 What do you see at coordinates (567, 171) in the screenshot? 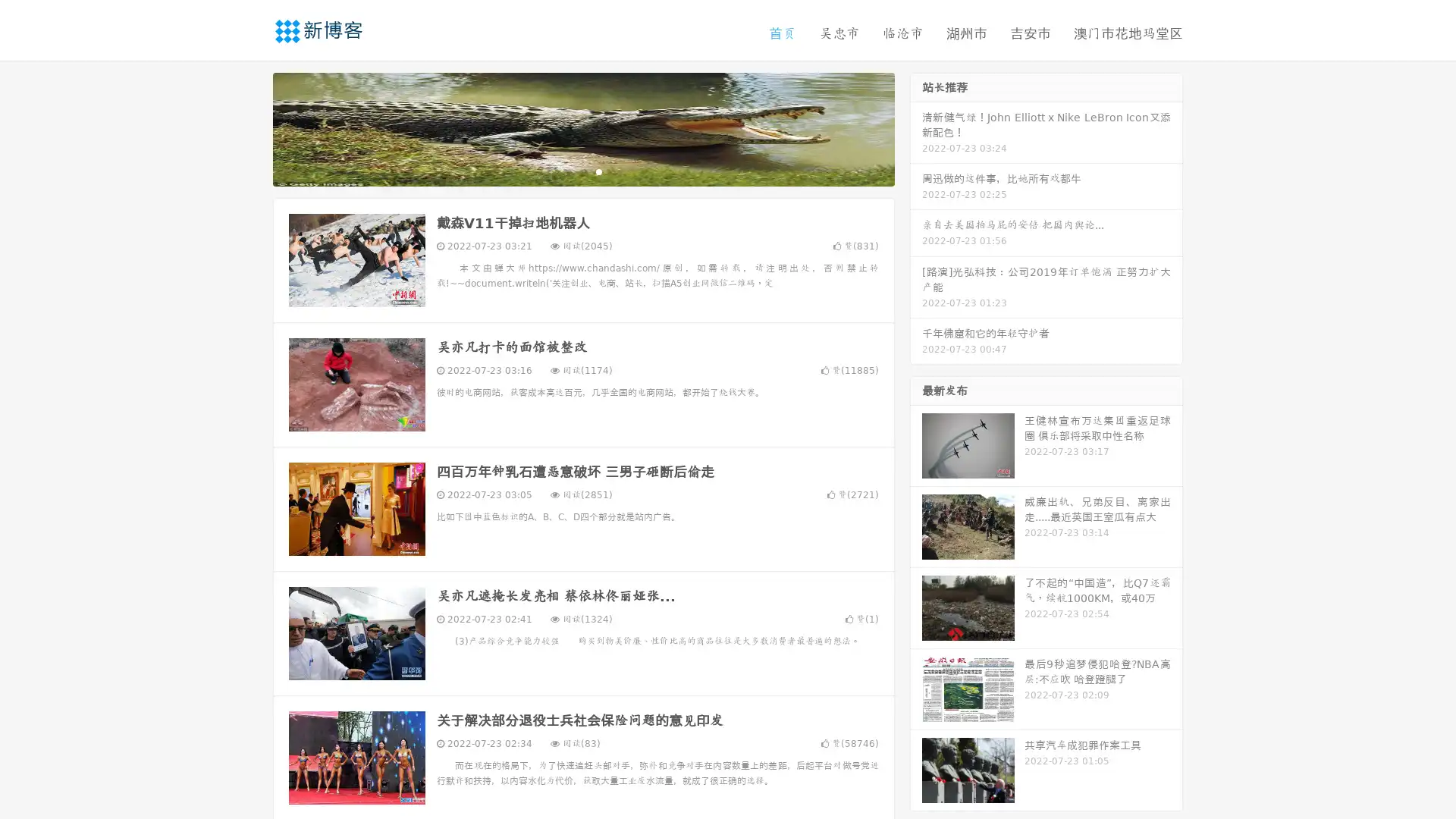
I see `Go to slide 1` at bounding box center [567, 171].